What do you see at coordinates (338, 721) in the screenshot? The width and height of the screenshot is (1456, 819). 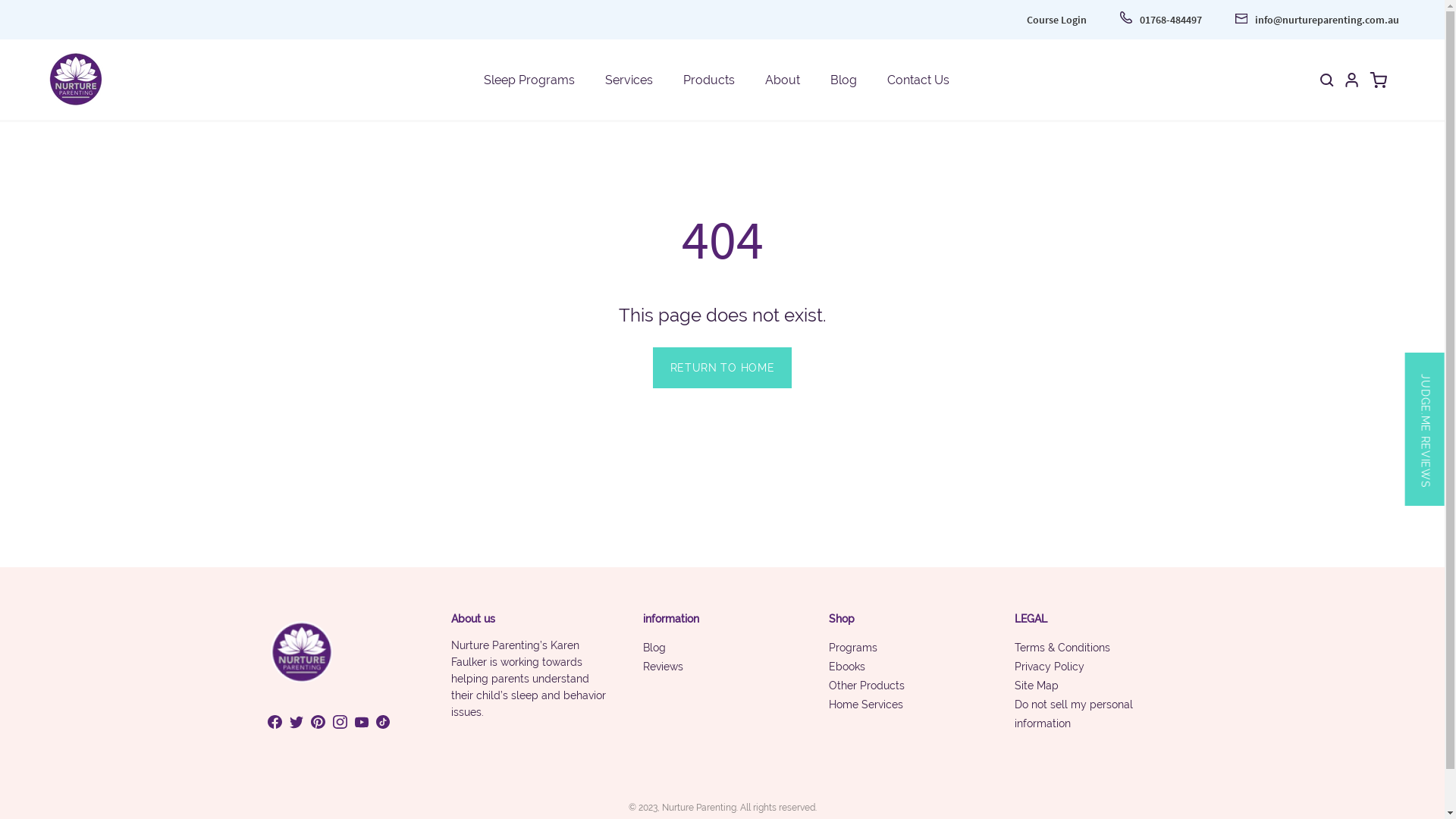 I see `'View Nurture Parenting Shop on Instagram'` at bounding box center [338, 721].